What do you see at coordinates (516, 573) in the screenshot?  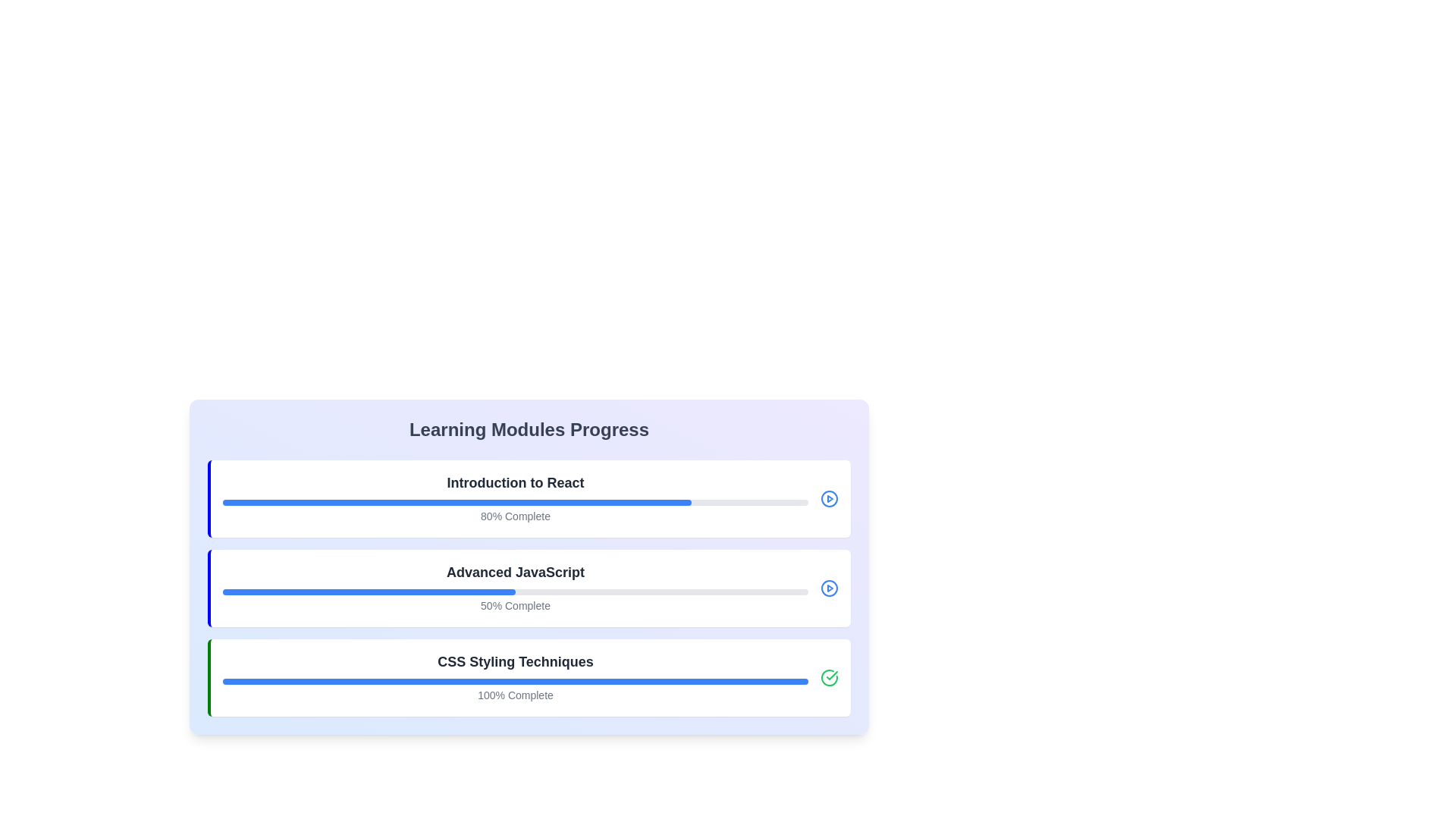 I see `the header text of the second learning module, which succinctly describes the subject of the module, located in the middle of a card-like section` at bounding box center [516, 573].